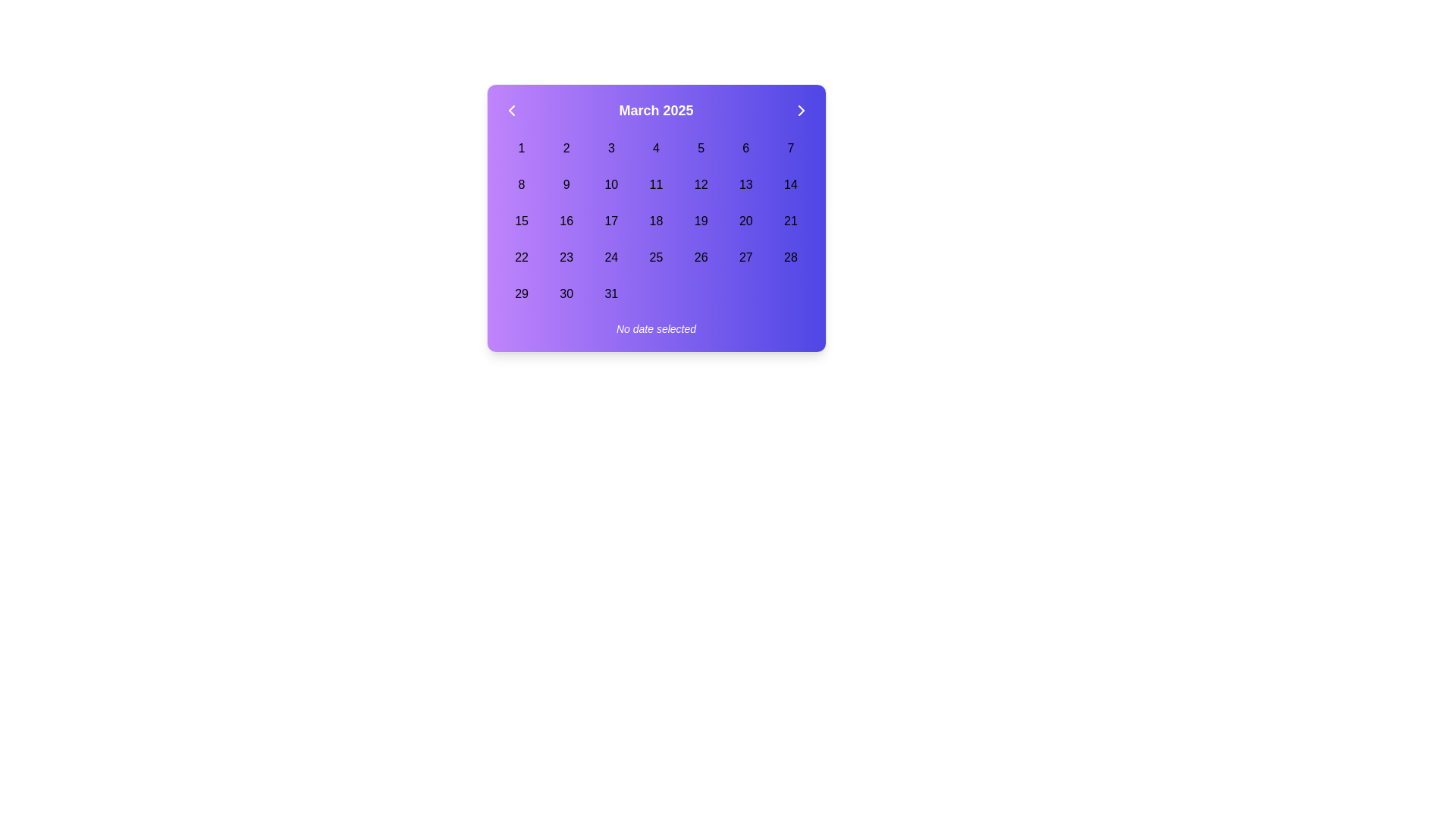  What do you see at coordinates (611, 184) in the screenshot?
I see `the rounded rectangular button displaying the number '10'` at bounding box center [611, 184].